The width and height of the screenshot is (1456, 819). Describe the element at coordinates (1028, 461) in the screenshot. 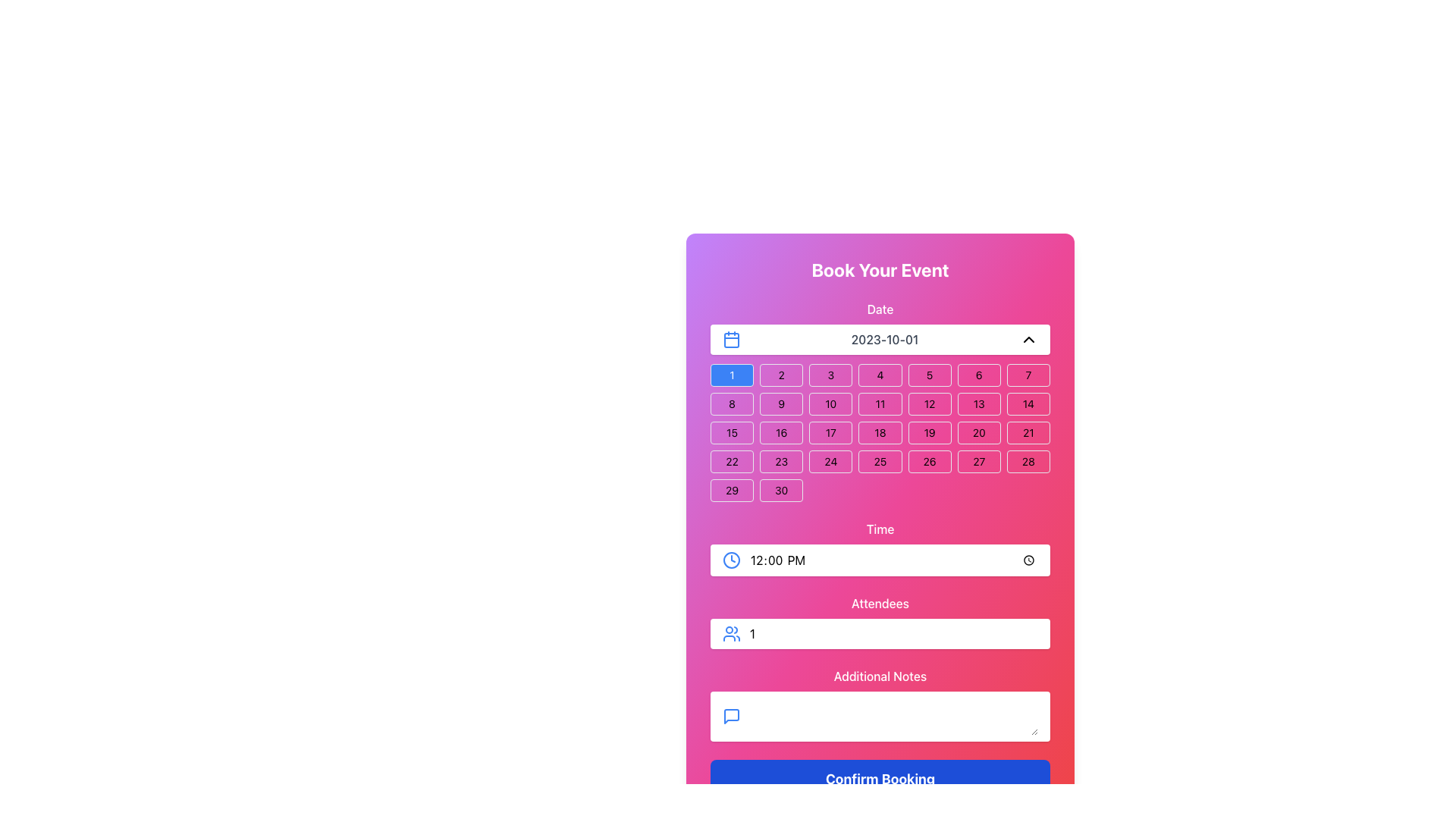

I see `the small rectangular button labeled '28' in the calendar grid` at that location.